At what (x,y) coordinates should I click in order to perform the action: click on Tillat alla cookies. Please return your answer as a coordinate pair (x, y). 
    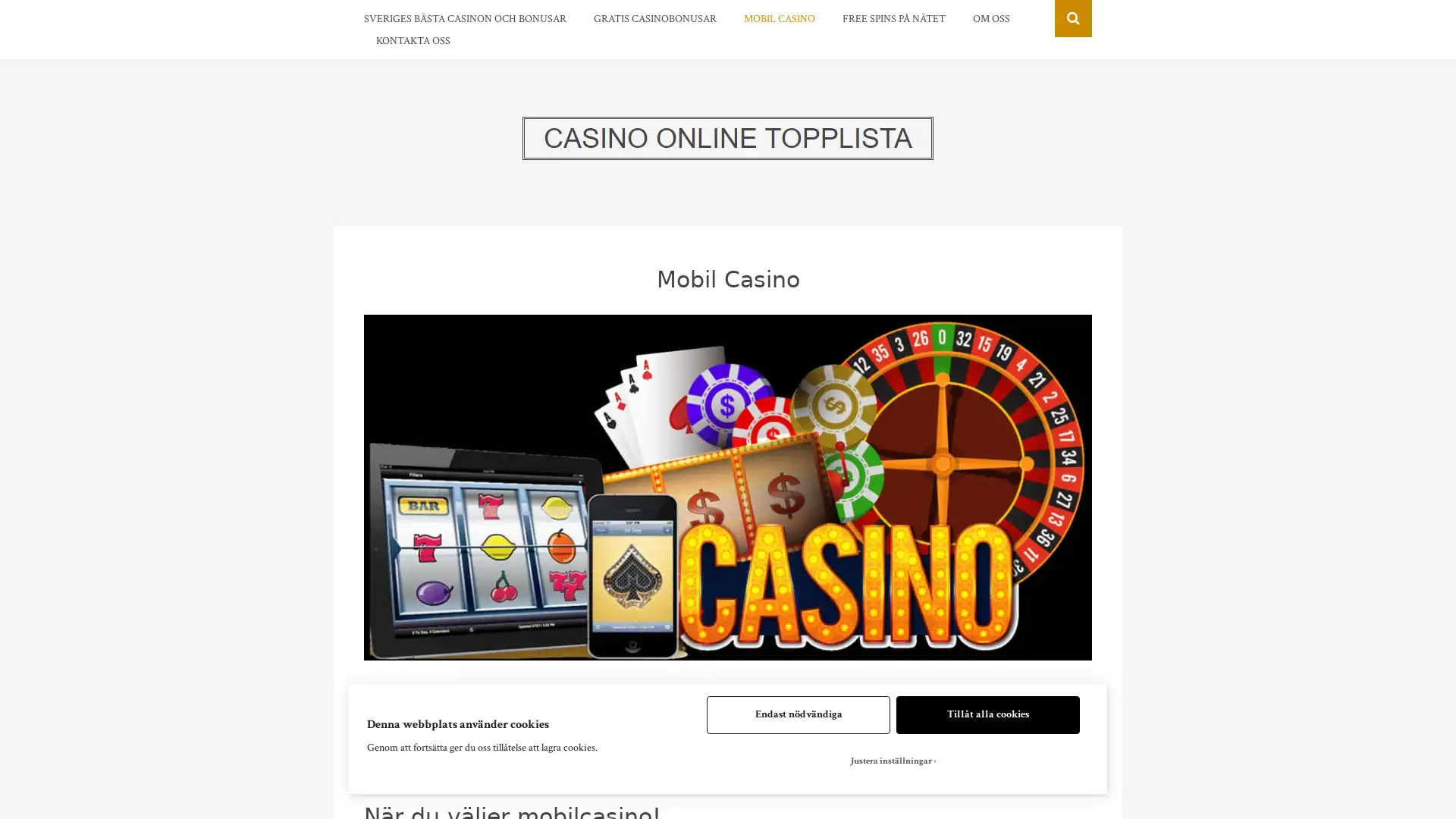
    Looking at the image, I should click on (987, 714).